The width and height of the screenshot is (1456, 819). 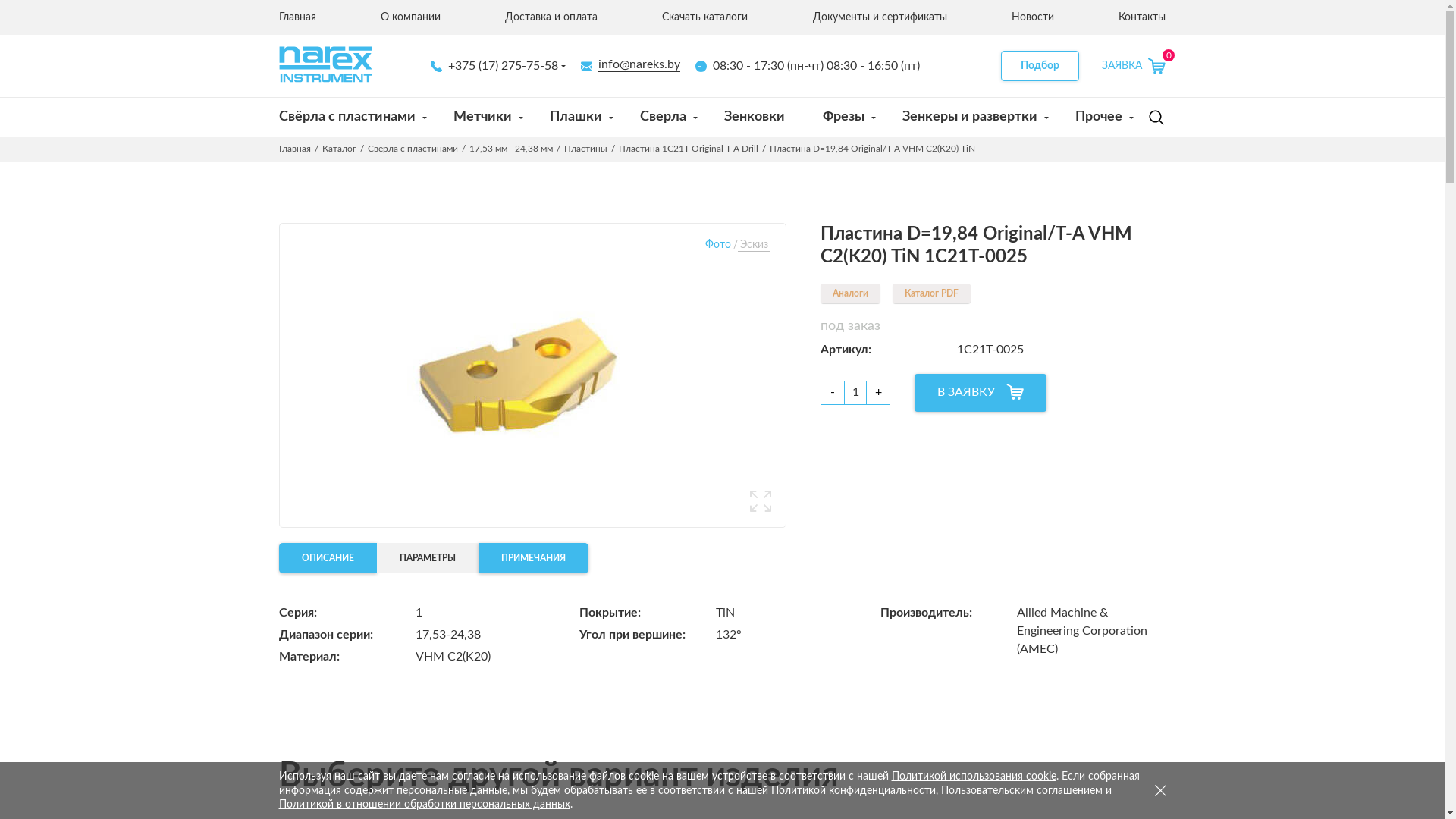 I want to click on '+375 (17) 275-75-58', so click(x=494, y=65).